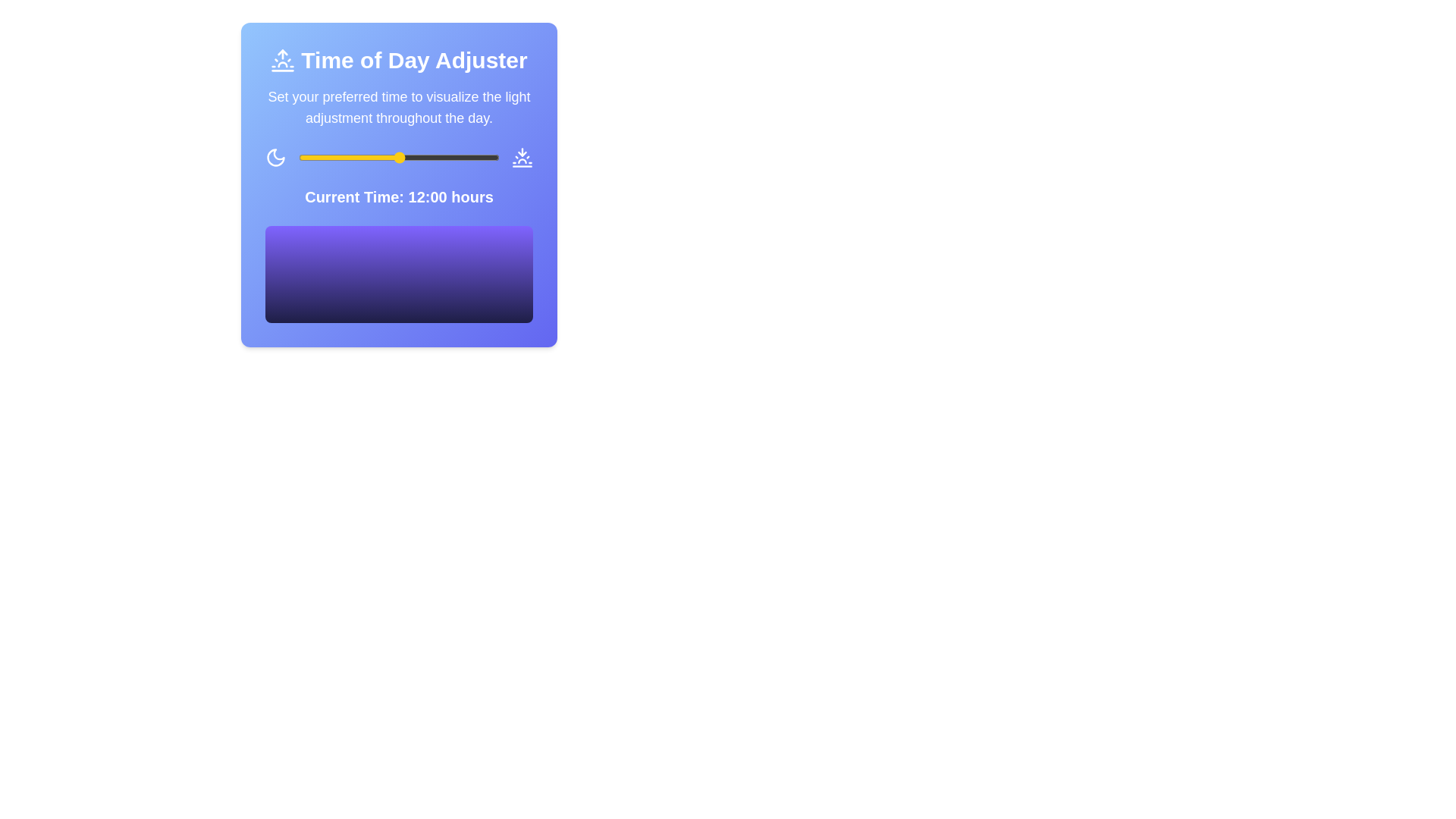  I want to click on the time slider to set the time to 10 hours, so click(382, 158).